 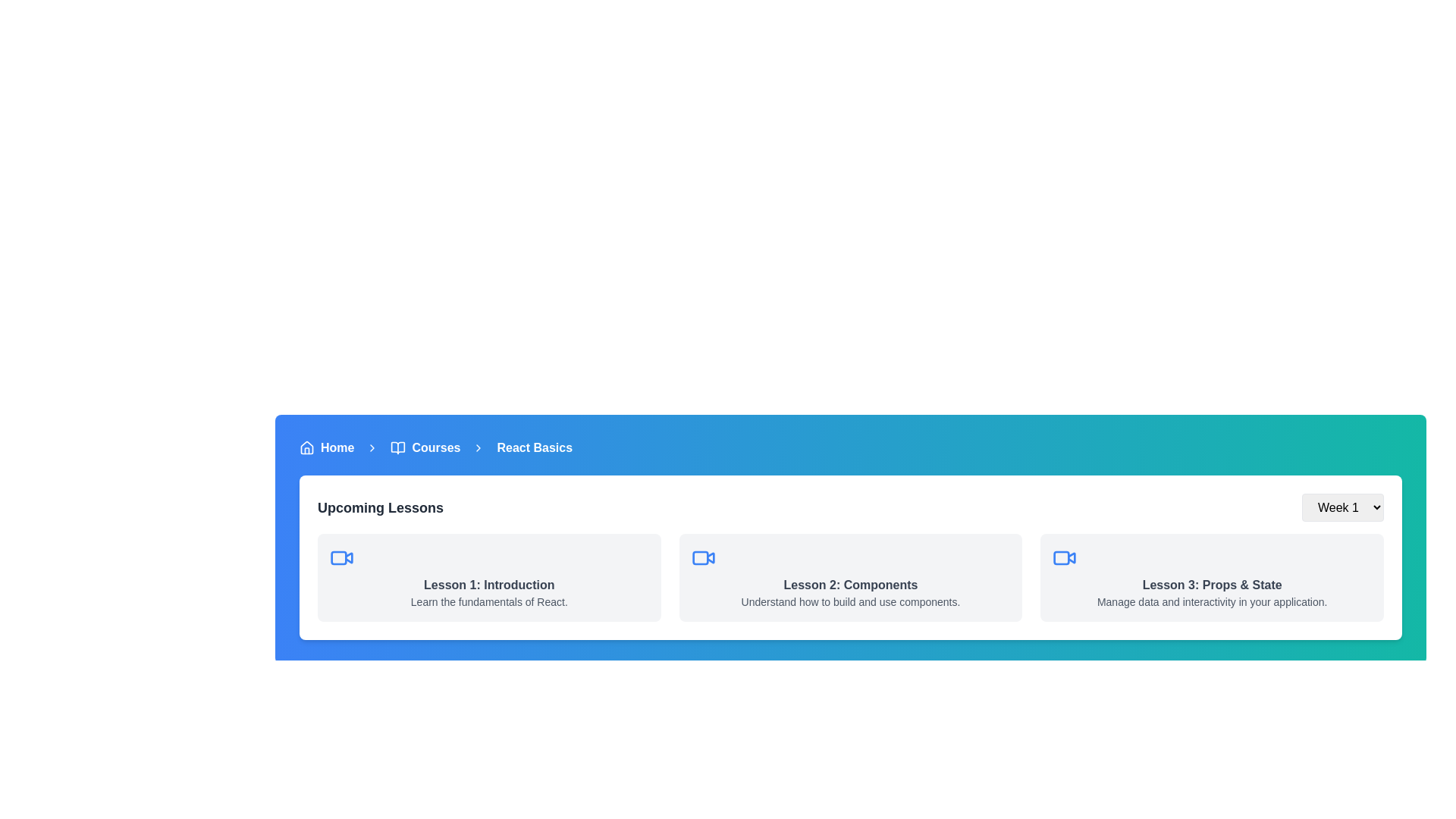 What do you see at coordinates (1211, 601) in the screenshot?
I see `the text element that displays 'Manage data and interactivity in your application.' located beneath the bold title in the card-like block titled 'Lesson 3: Props & State'` at bounding box center [1211, 601].